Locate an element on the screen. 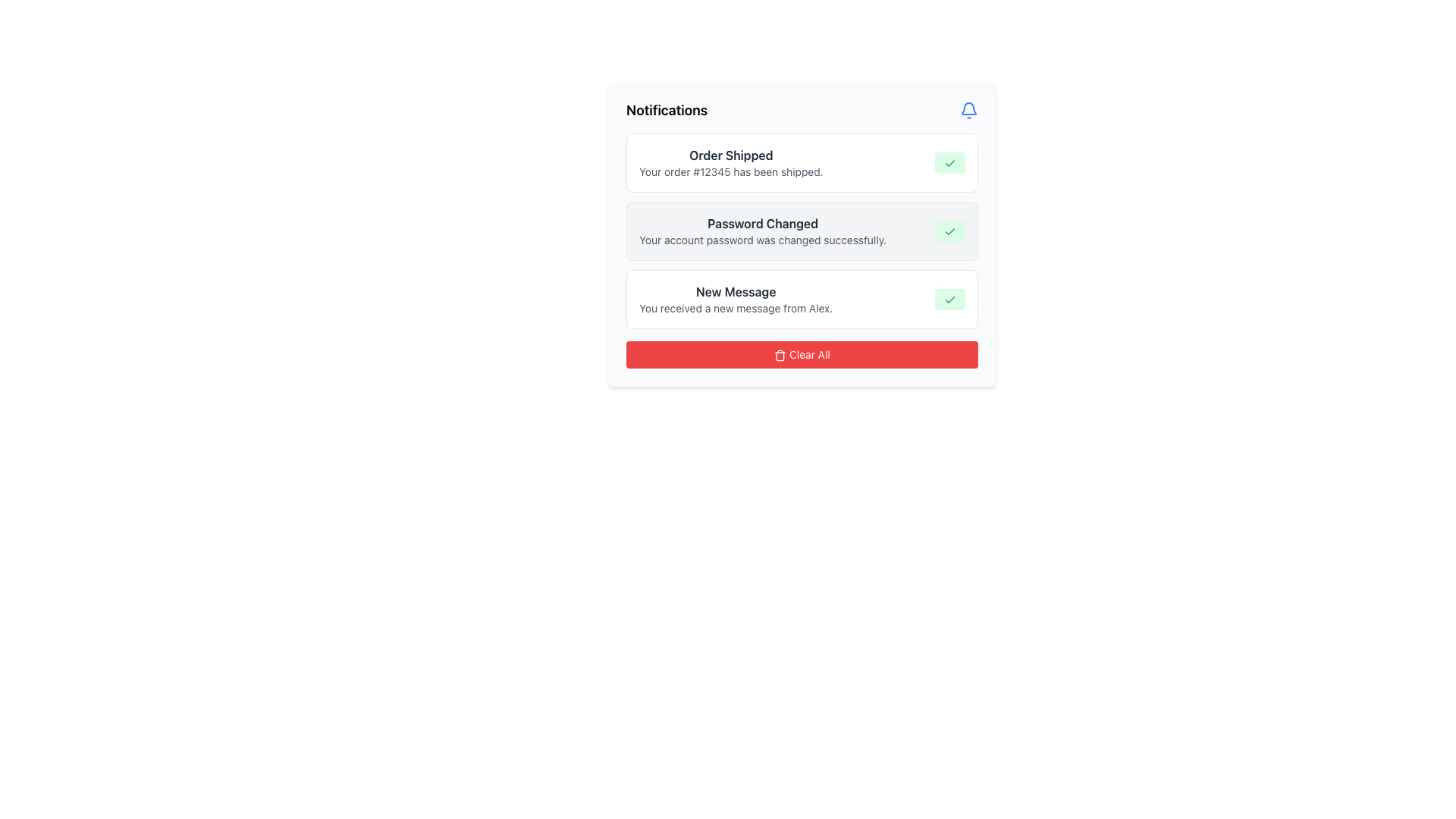  the light gray notification box with rounded corners titled 'Password Changed' is located at coordinates (801, 234).